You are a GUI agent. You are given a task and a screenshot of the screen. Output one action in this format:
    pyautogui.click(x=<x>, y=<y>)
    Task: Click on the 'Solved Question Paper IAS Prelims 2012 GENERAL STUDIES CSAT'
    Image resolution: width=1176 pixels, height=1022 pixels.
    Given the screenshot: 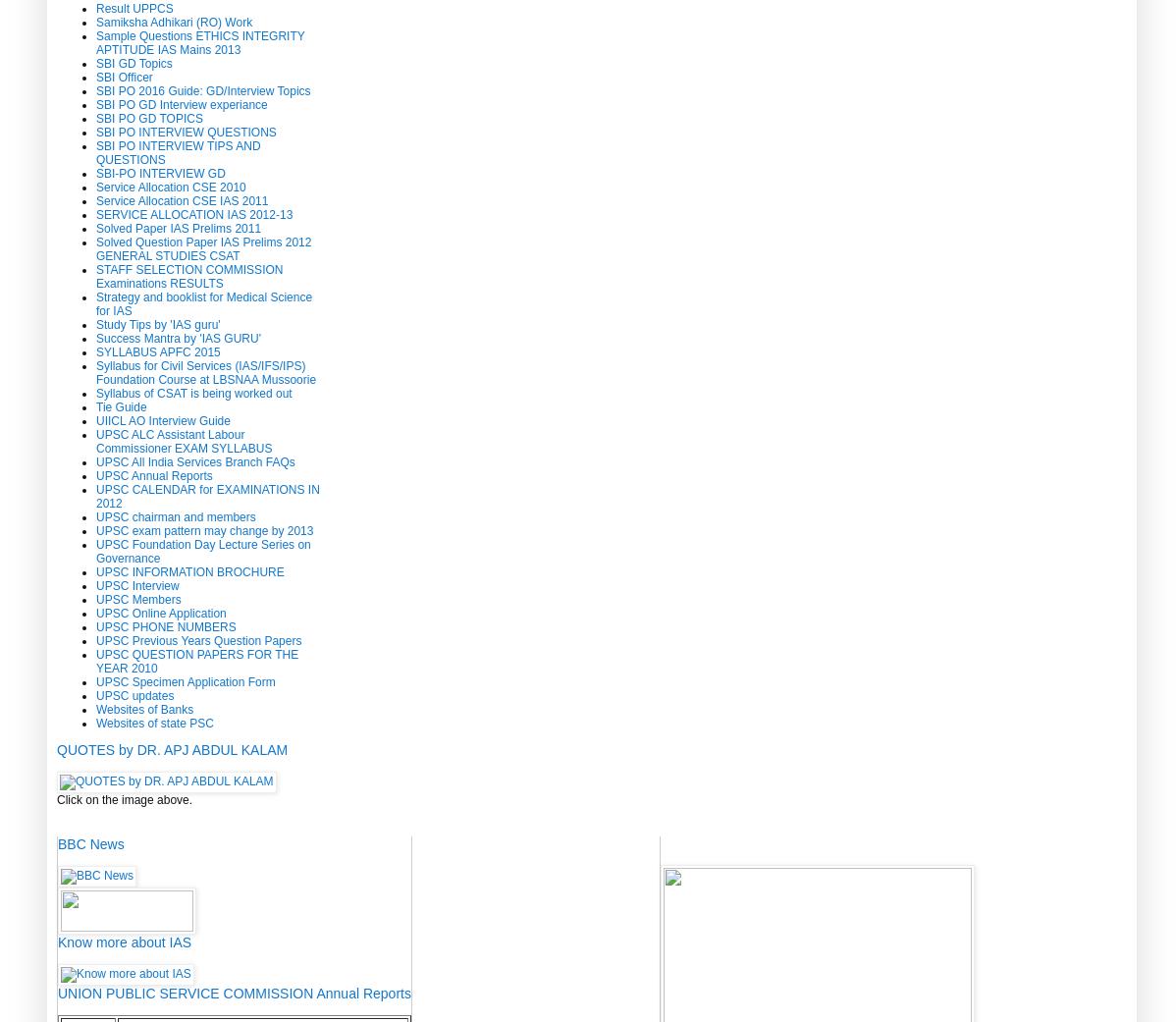 What is the action you would take?
    pyautogui.click(x=203, y=246)
    